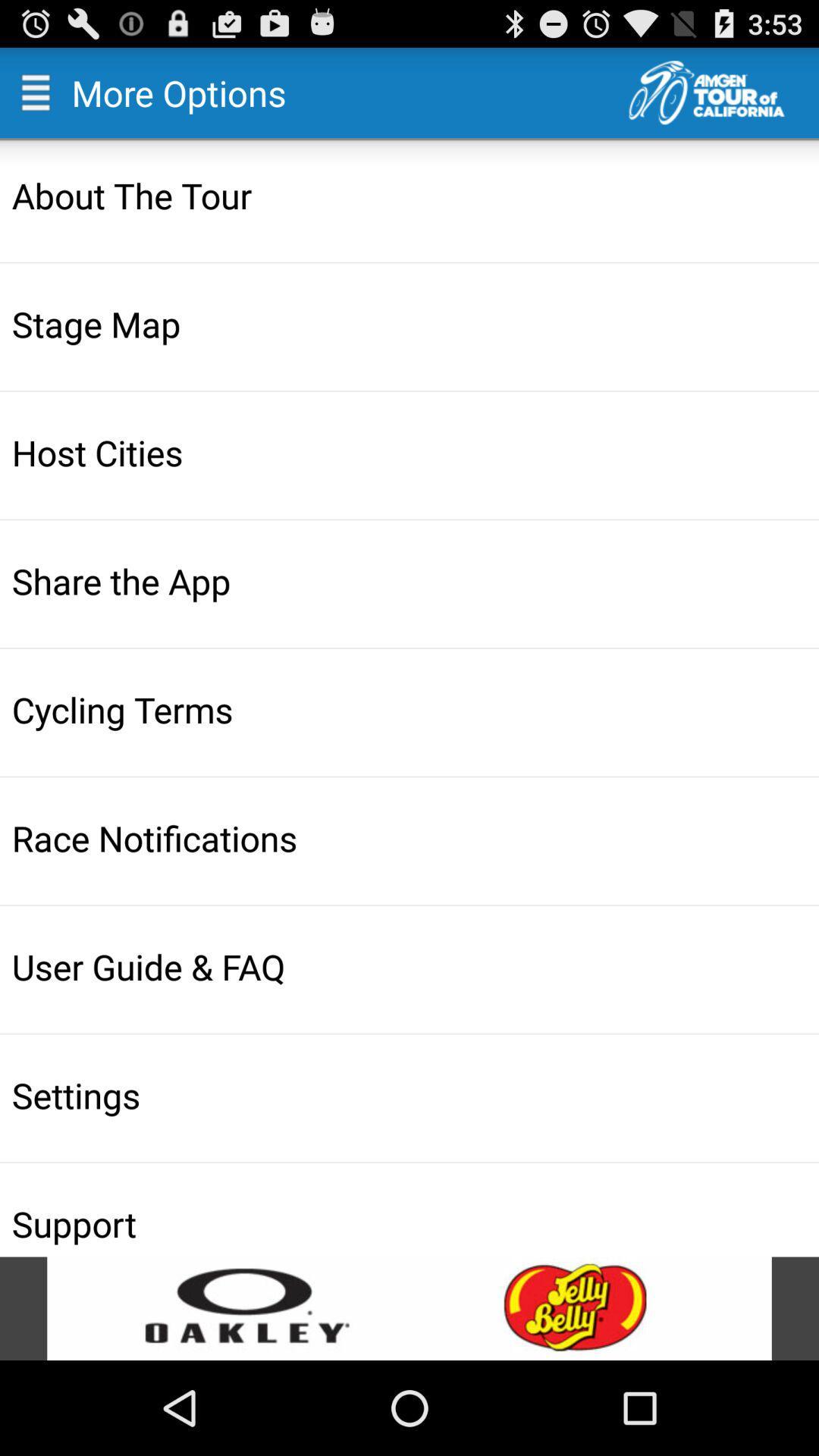  What do you see at coordinates (411, 837) in the screenshot?
I see `the race notifications icon` at bounding box center [411, 837].